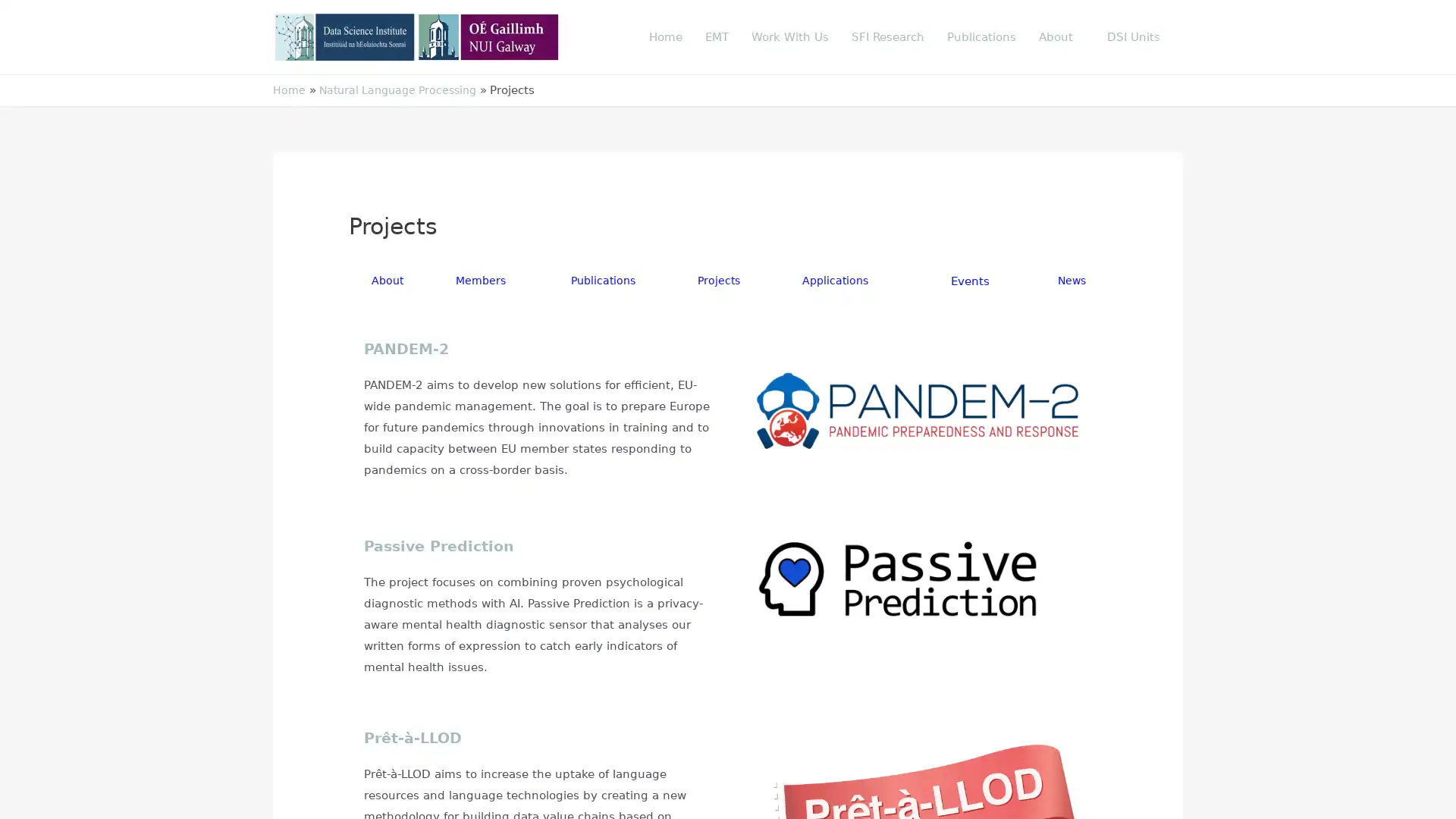 The height and width of the screenshot is (819, 1456). I want to click on Events, so click(971, 281).